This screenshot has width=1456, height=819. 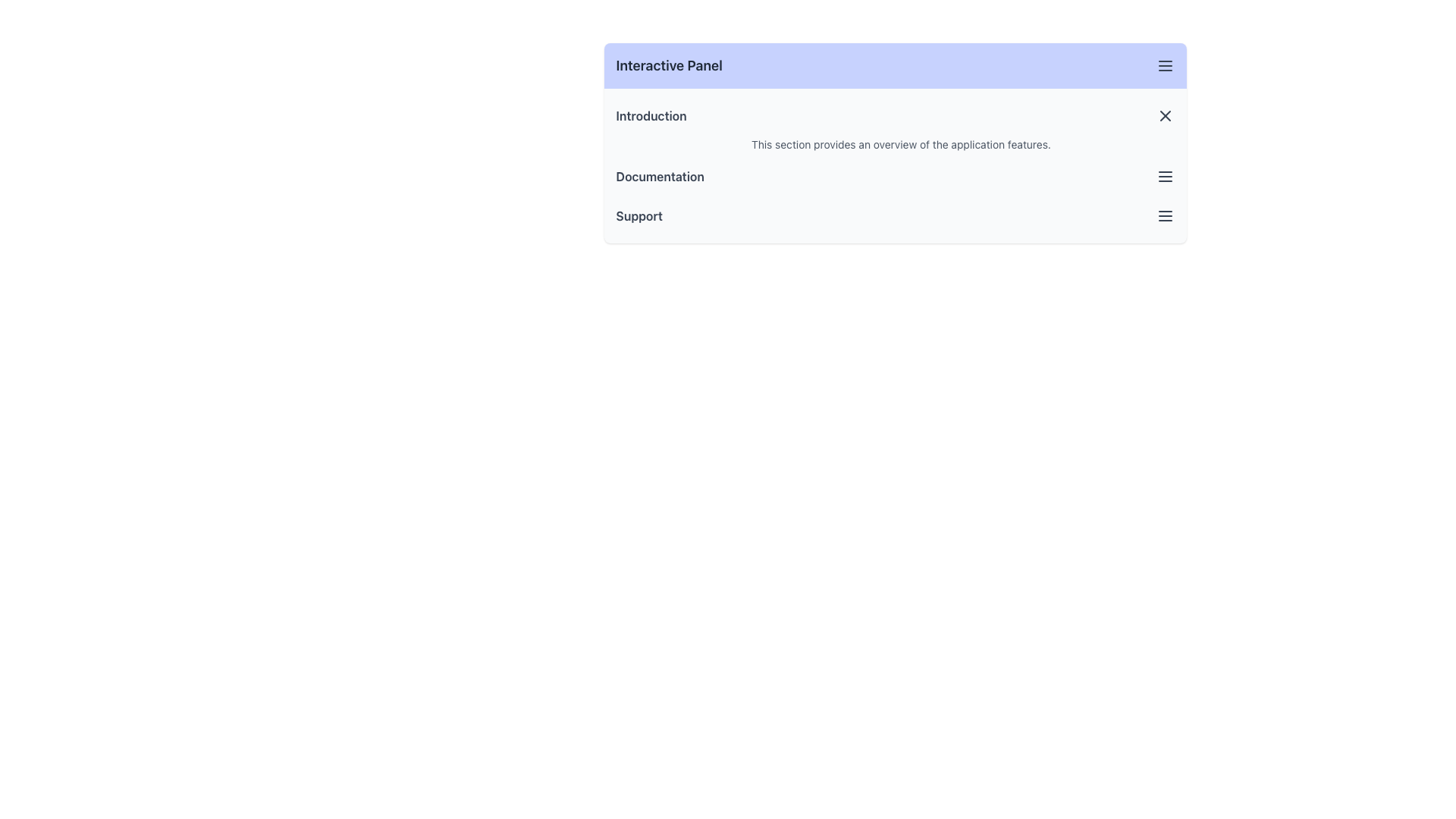 What do you see at coordinates (1164, 115) in the screenshot?
I see `the close (x) icon styled as an SVG graphic located in the top-right corner of the 'Interactive Panel' header` at bounding box center [1164, 115].